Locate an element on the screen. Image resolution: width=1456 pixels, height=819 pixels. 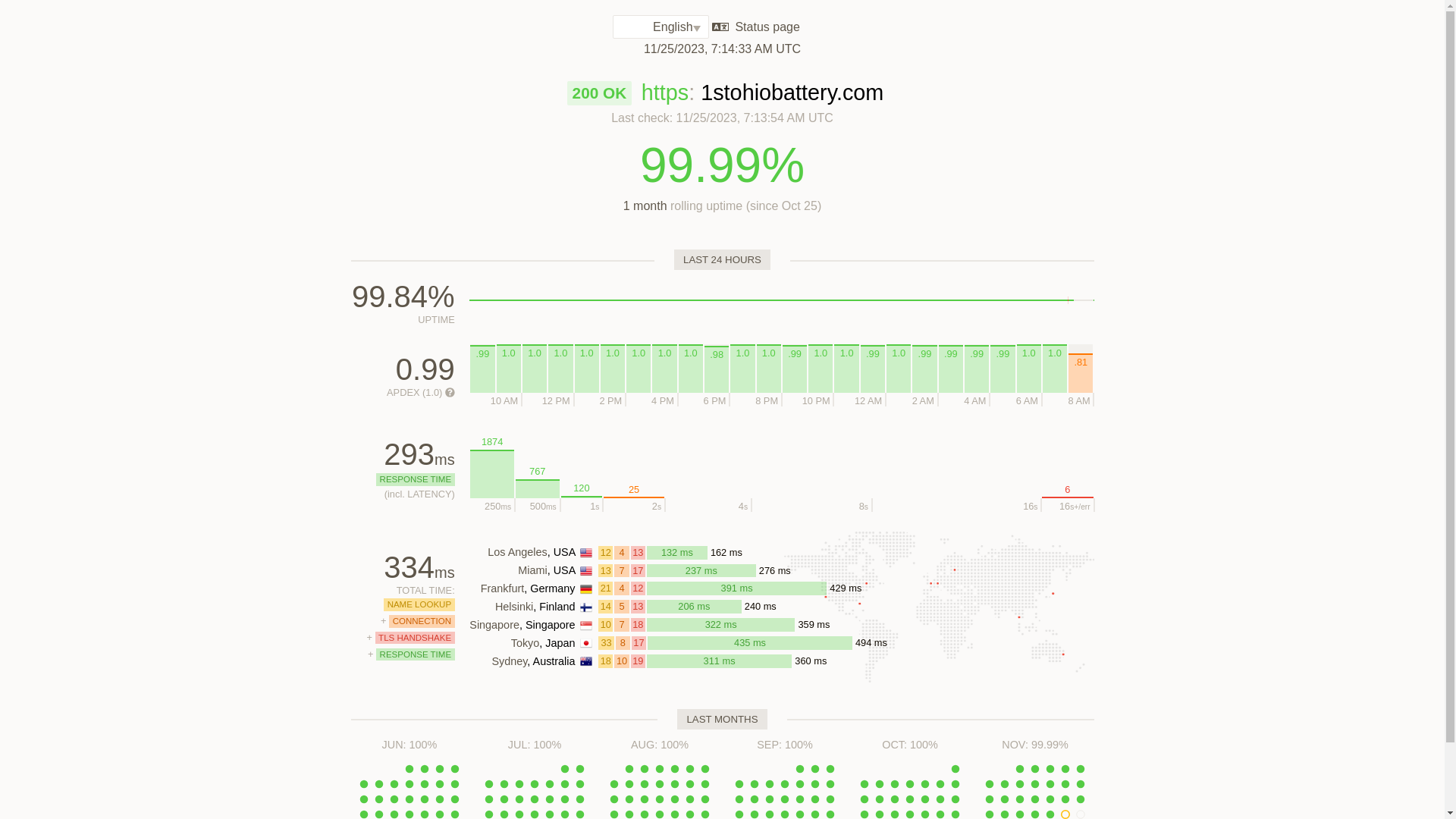
'<small>Aug 18:</small> No downtime' is located at coordinates (673, 798).